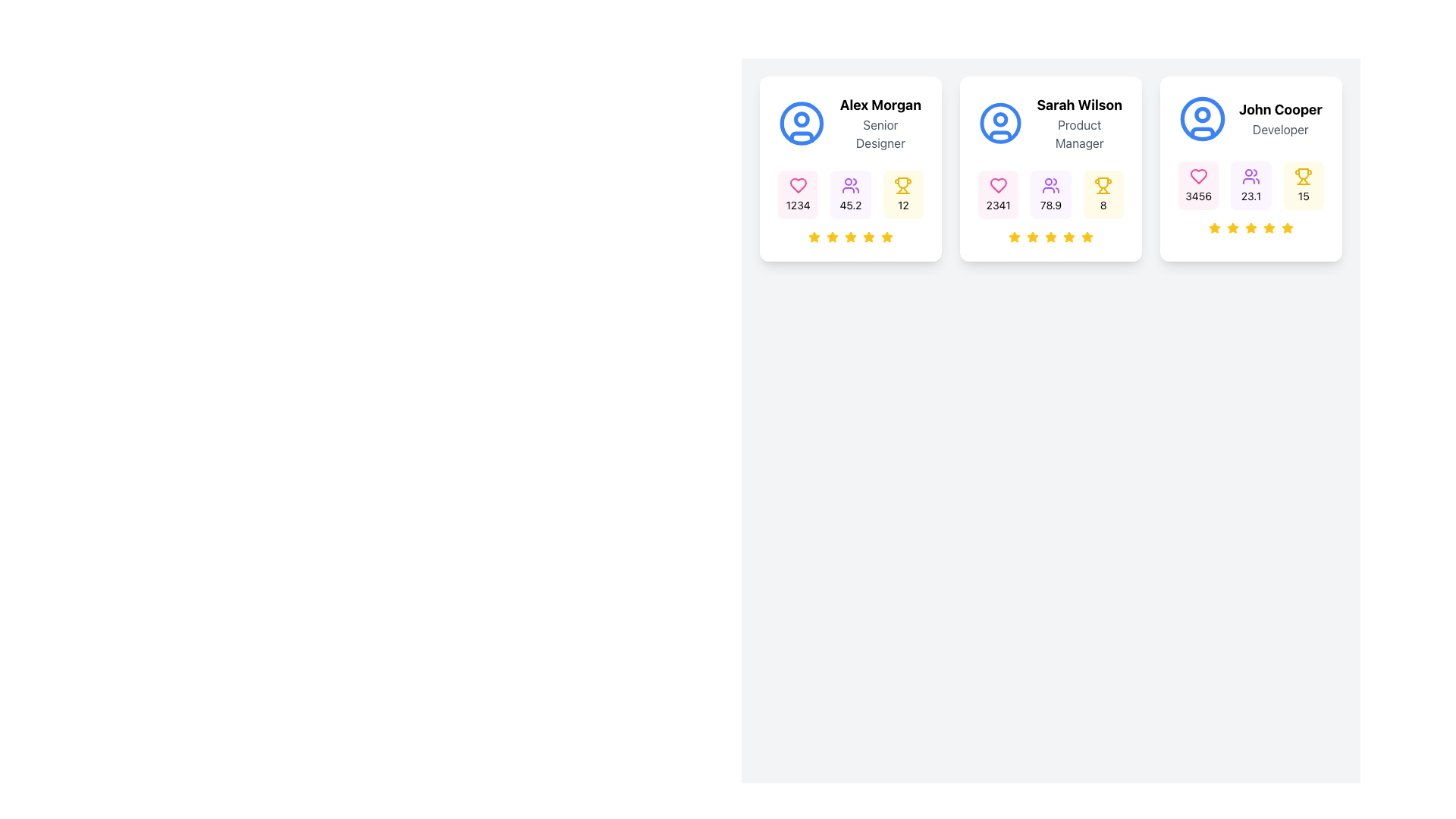 This screenshot has height=819, width=1456. What do you see at coordinates (1197, 175) in the screenshot?
I see `the heart icon located in the top-left corner of John Cooper's card` at bounding box center [1197, 175].